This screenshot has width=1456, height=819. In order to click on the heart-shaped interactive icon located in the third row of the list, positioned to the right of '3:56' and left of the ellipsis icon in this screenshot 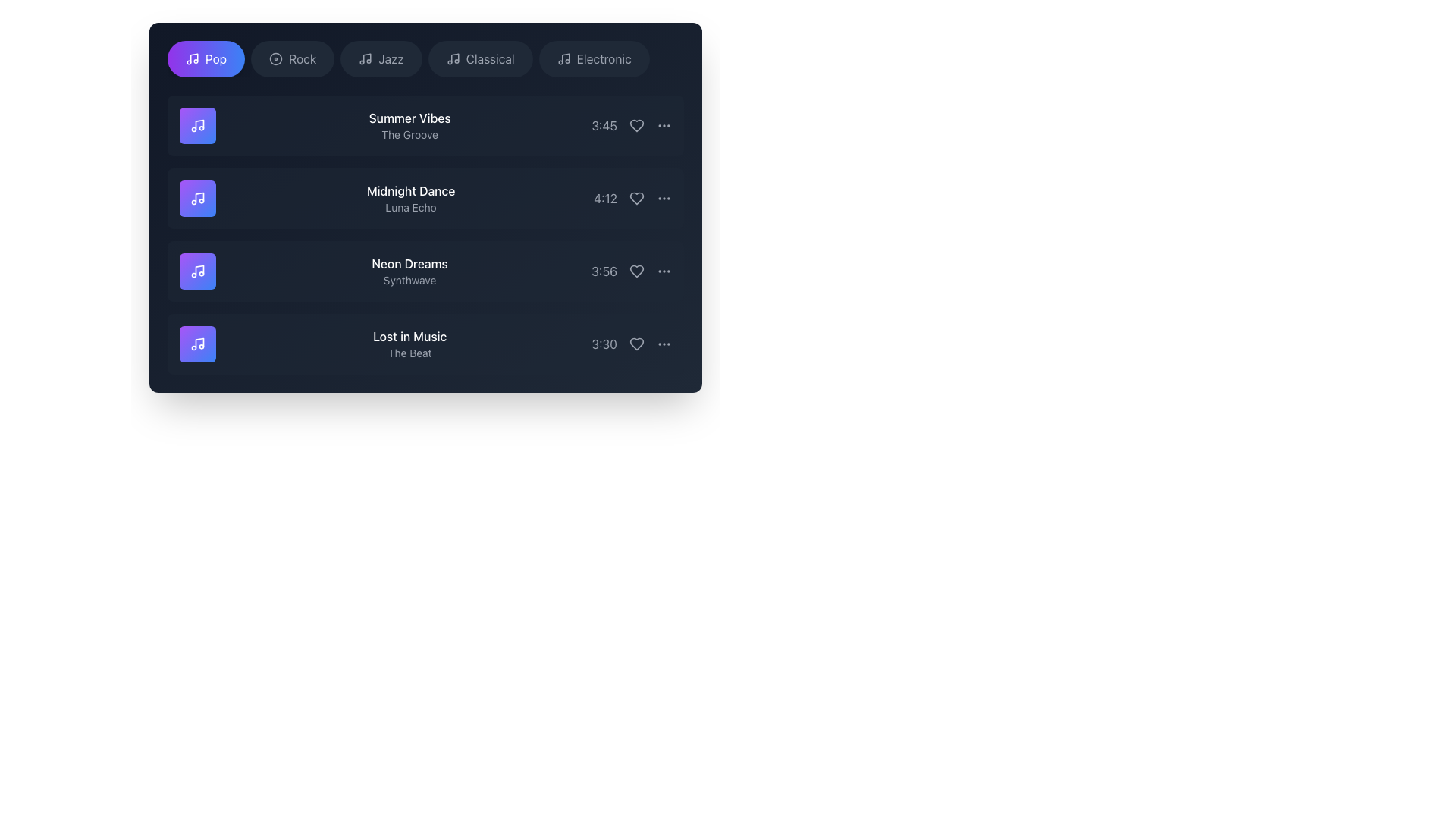, I will do `click(637, 271)`.